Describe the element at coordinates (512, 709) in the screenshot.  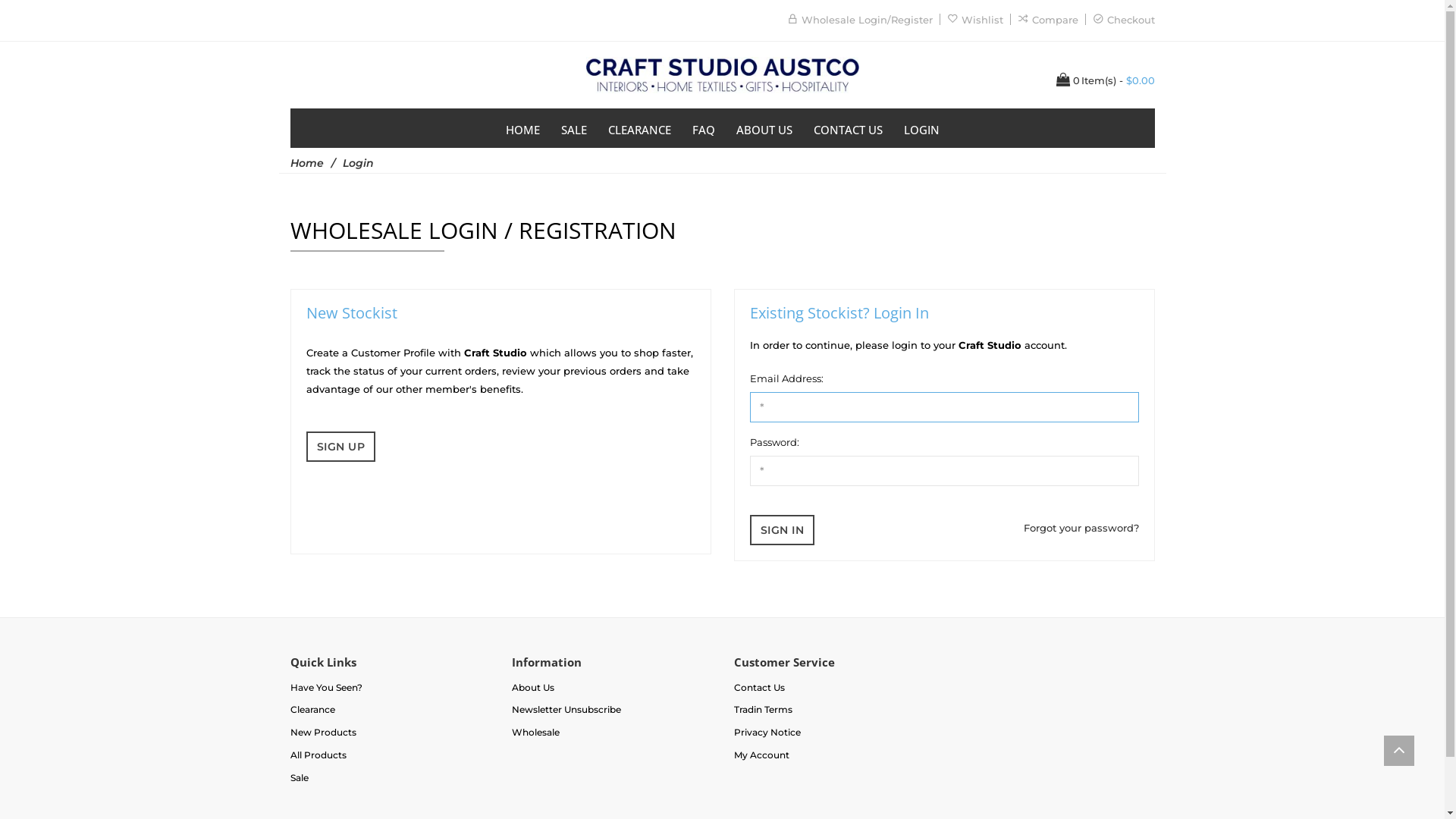
I see `'Newsletter Unsubscribe'` at that location.